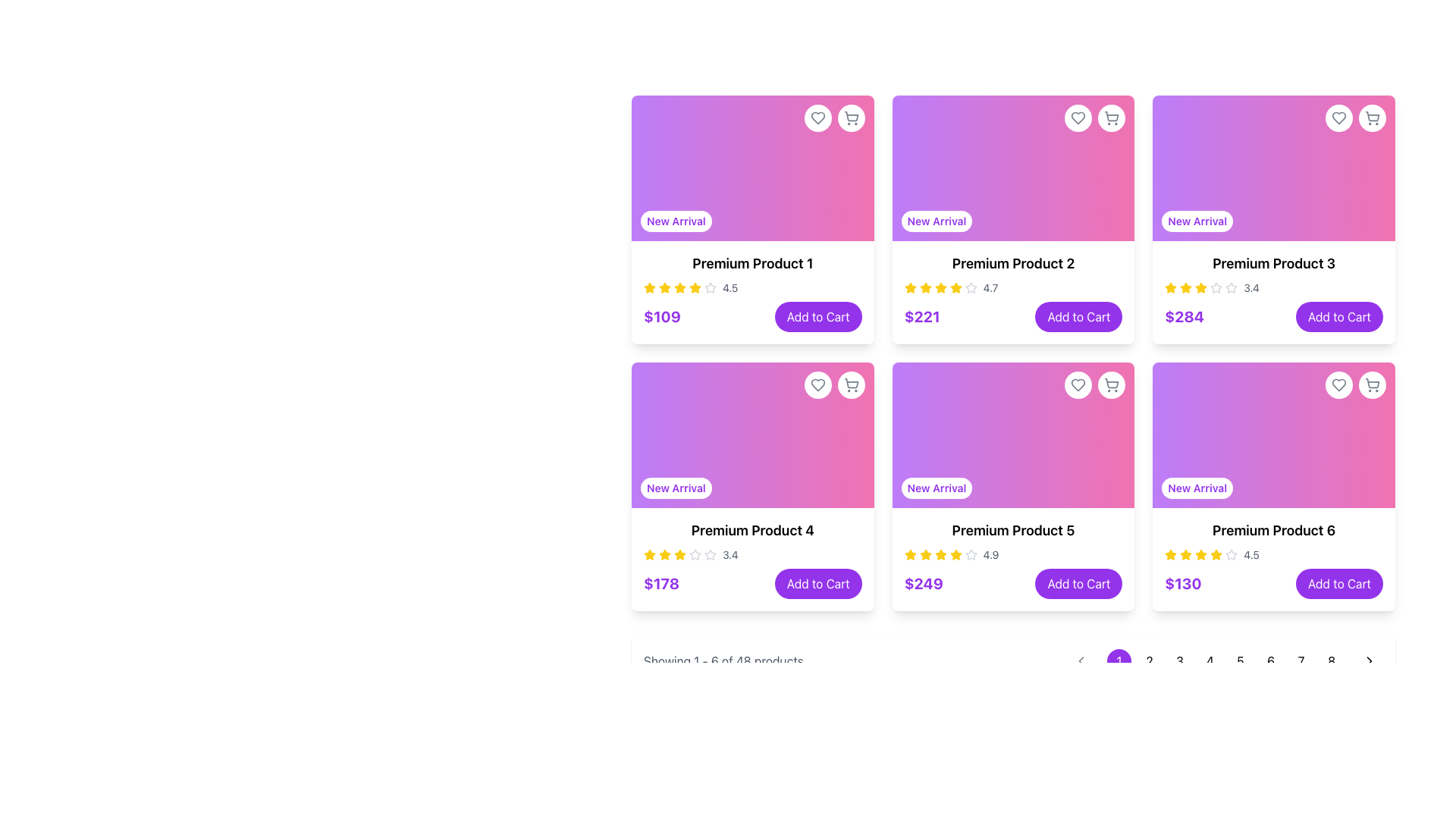 Image resolution: width=1456 pixels, height=819 pixels. What do you see at coordinates (1112, 384) in the screenshot?
I see `the circular button with a shopping cart icon in the top-right corner of the 'Premium Product 5' card` at bounding box center [1112, 384].